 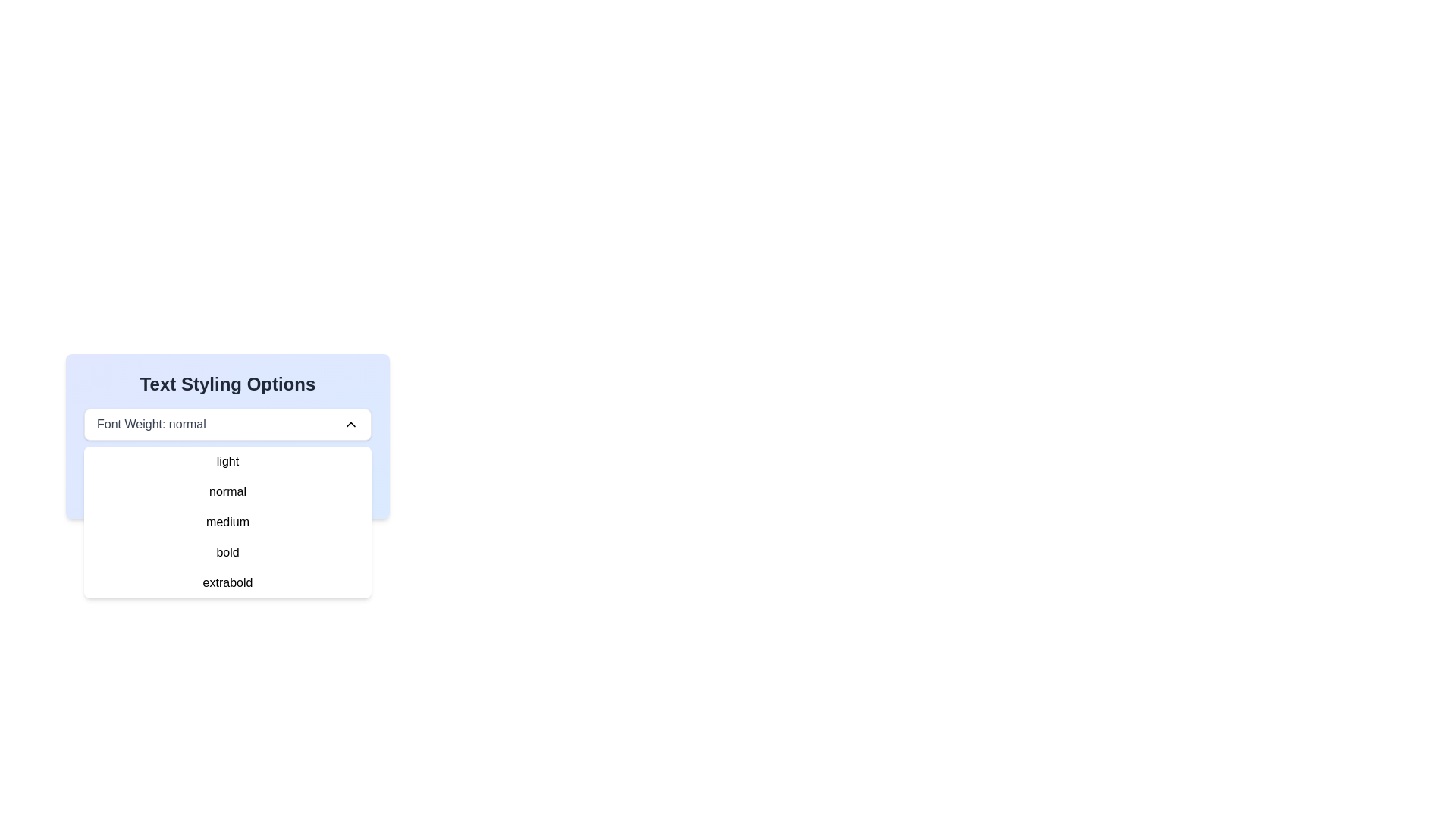 What do you see at coordinates (227, 553) in the screenshot?
I see `the text label displaying 'bold' in black font within the dropdown menu` at bounding box center [227, 553].